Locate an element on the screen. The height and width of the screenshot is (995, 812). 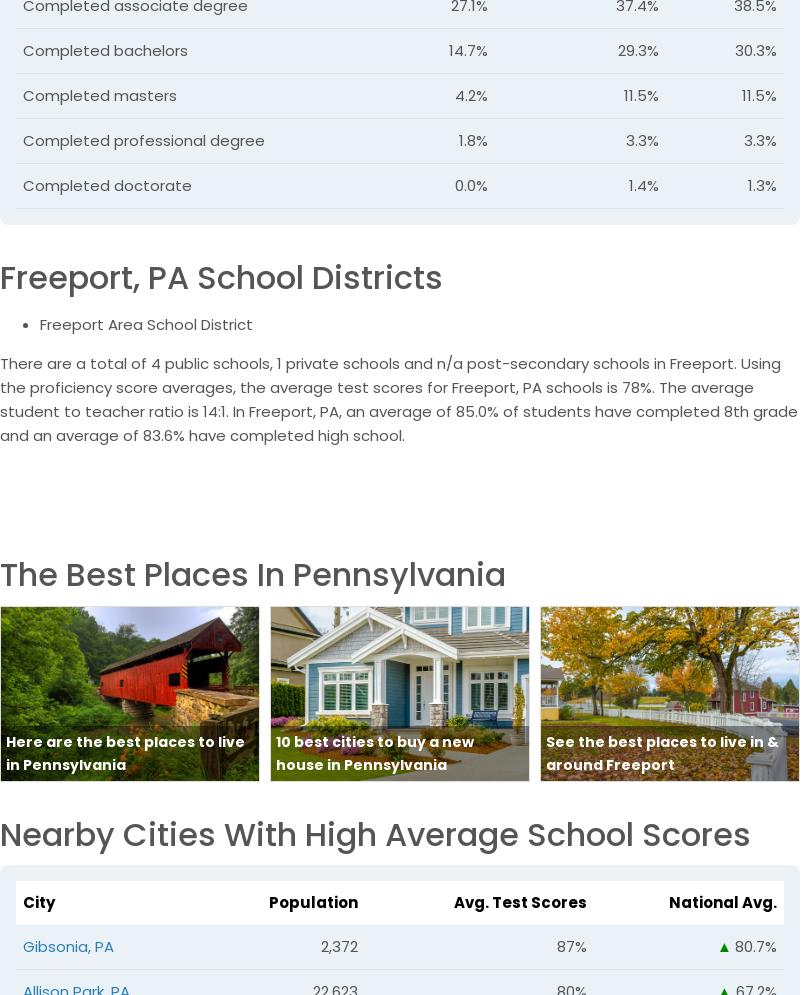
'City' is located at coordinates (22, 901).